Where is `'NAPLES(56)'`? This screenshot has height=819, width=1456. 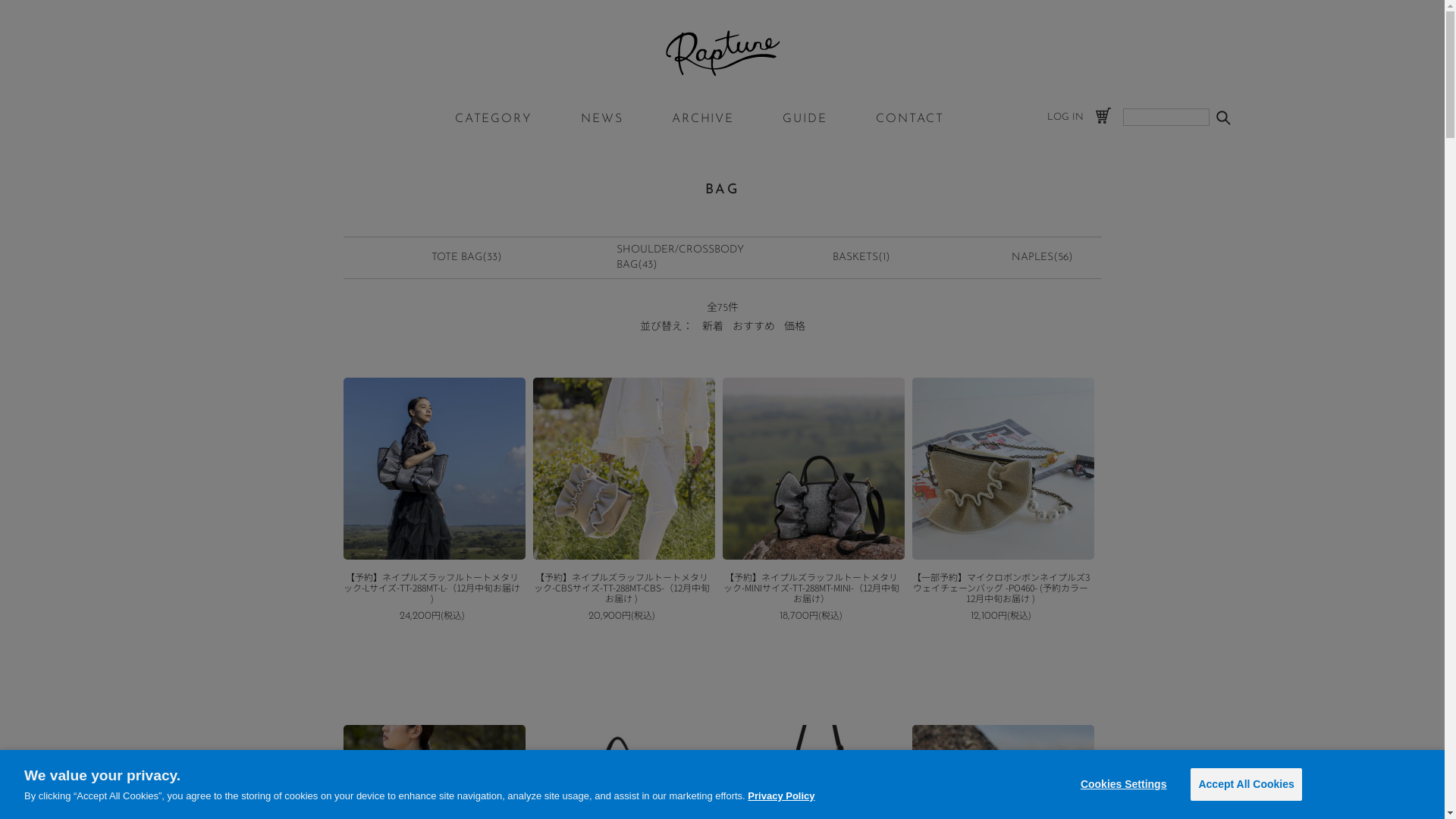 'NAPLES(56)' is located at coordinates (1012, 256).